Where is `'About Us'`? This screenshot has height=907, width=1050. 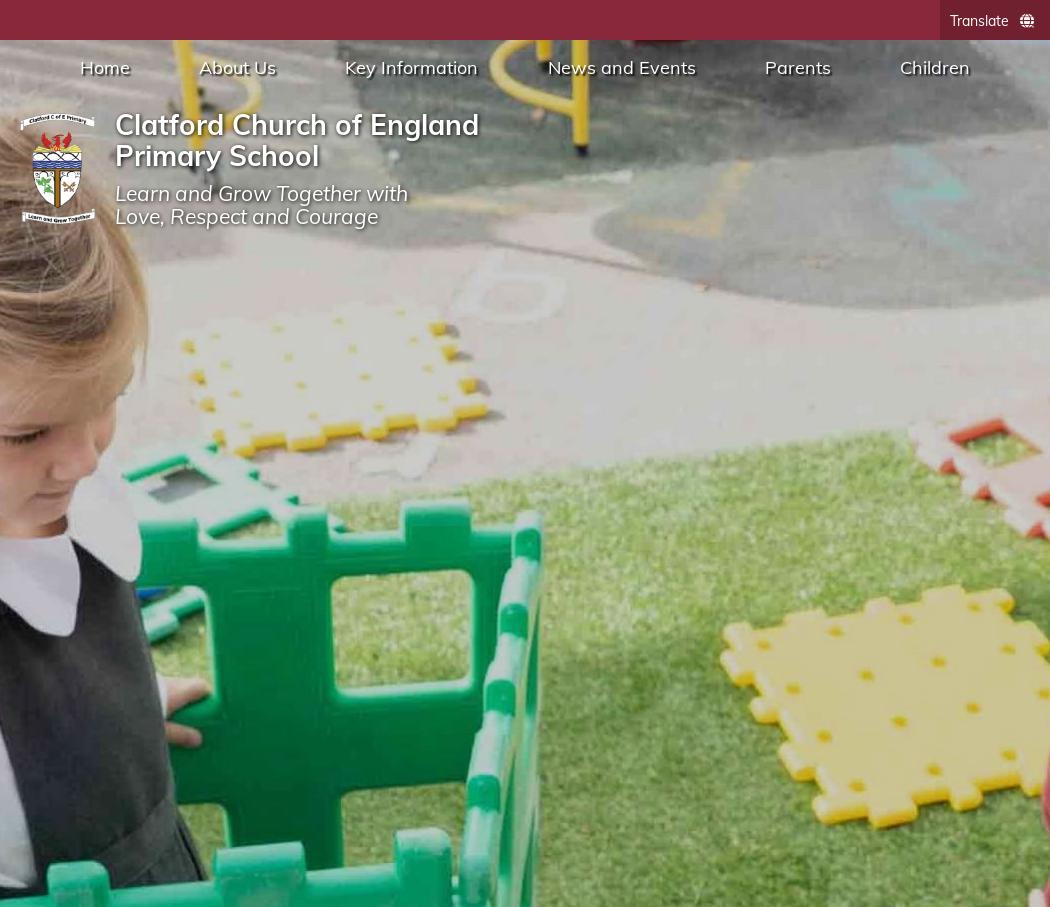 'About Us' is located at coordinates (236, 67).